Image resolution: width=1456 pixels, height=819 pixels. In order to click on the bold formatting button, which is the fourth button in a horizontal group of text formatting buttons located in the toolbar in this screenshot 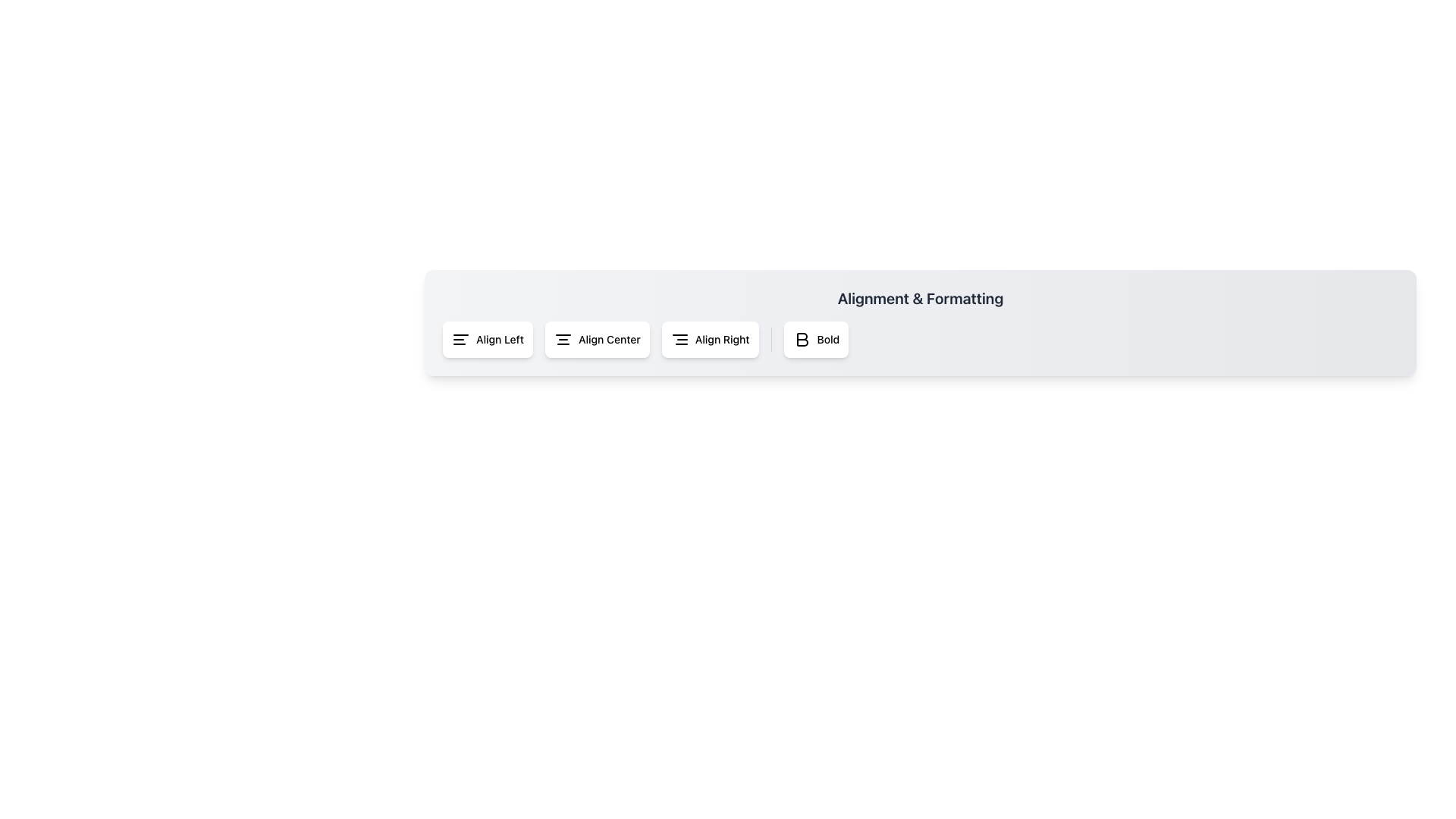, I will do `click(815, 338)`.